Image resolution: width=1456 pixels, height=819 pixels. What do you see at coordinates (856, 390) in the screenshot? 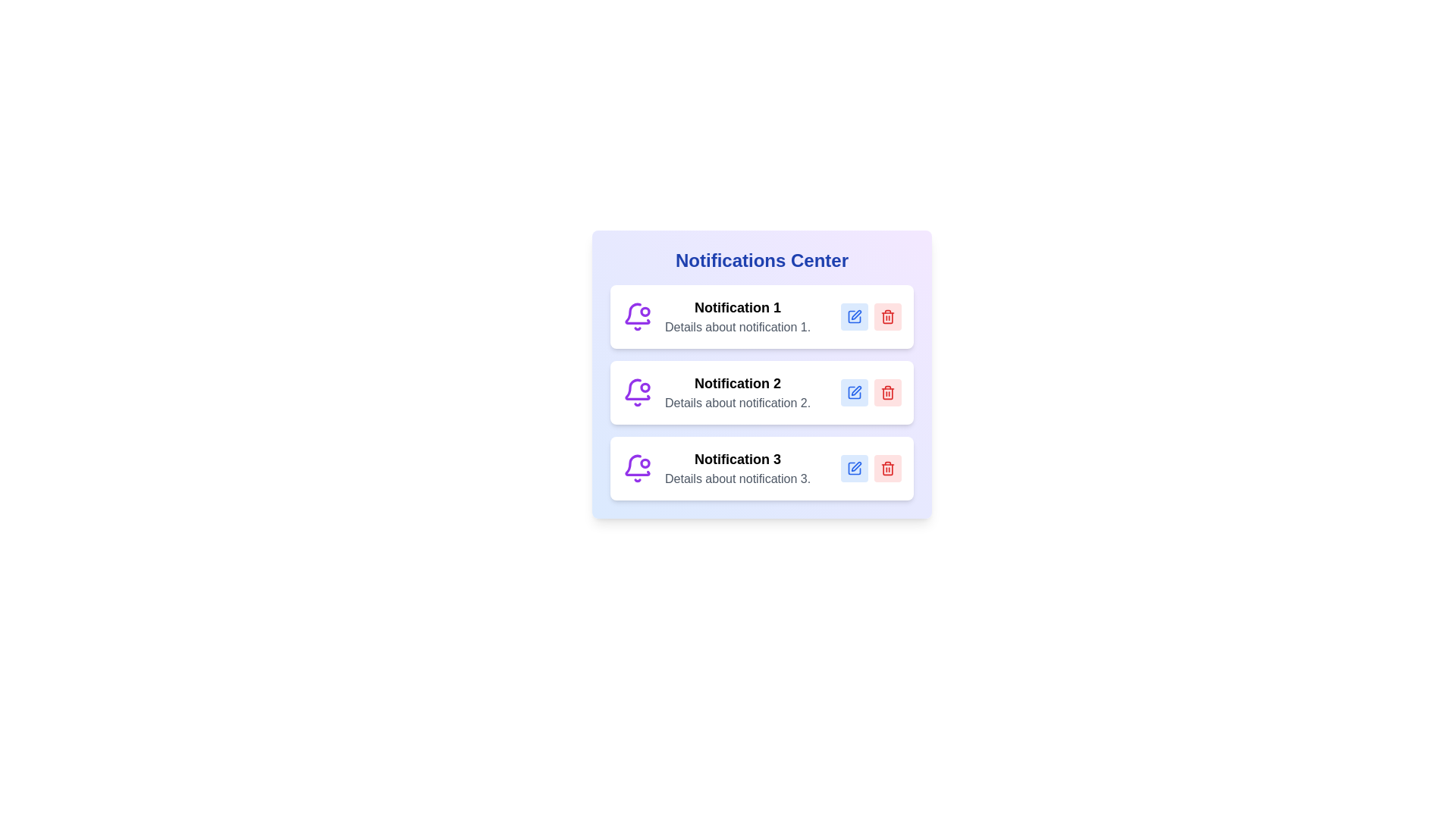
I see `the edit icon located in the second notification card from the top, positioned to the right of the card content and next to the trash icon` at bounding box center [856, 390].